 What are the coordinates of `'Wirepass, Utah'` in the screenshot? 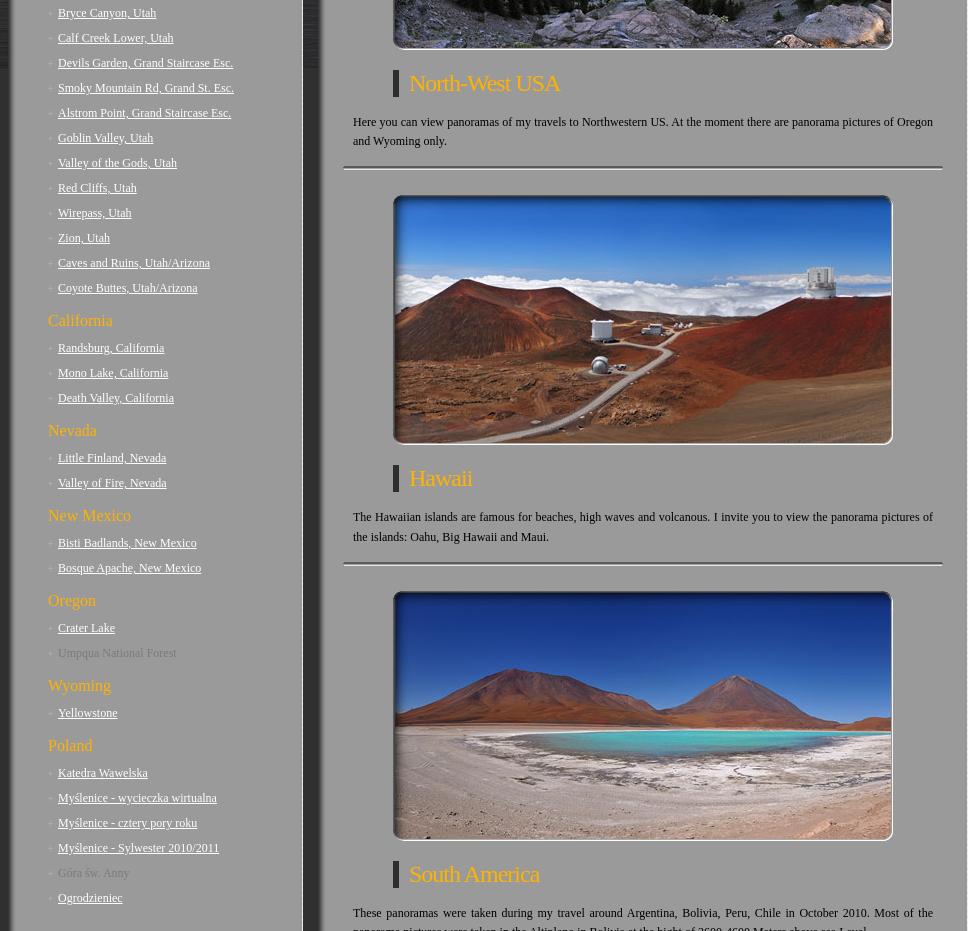 It's located at (94, 213).